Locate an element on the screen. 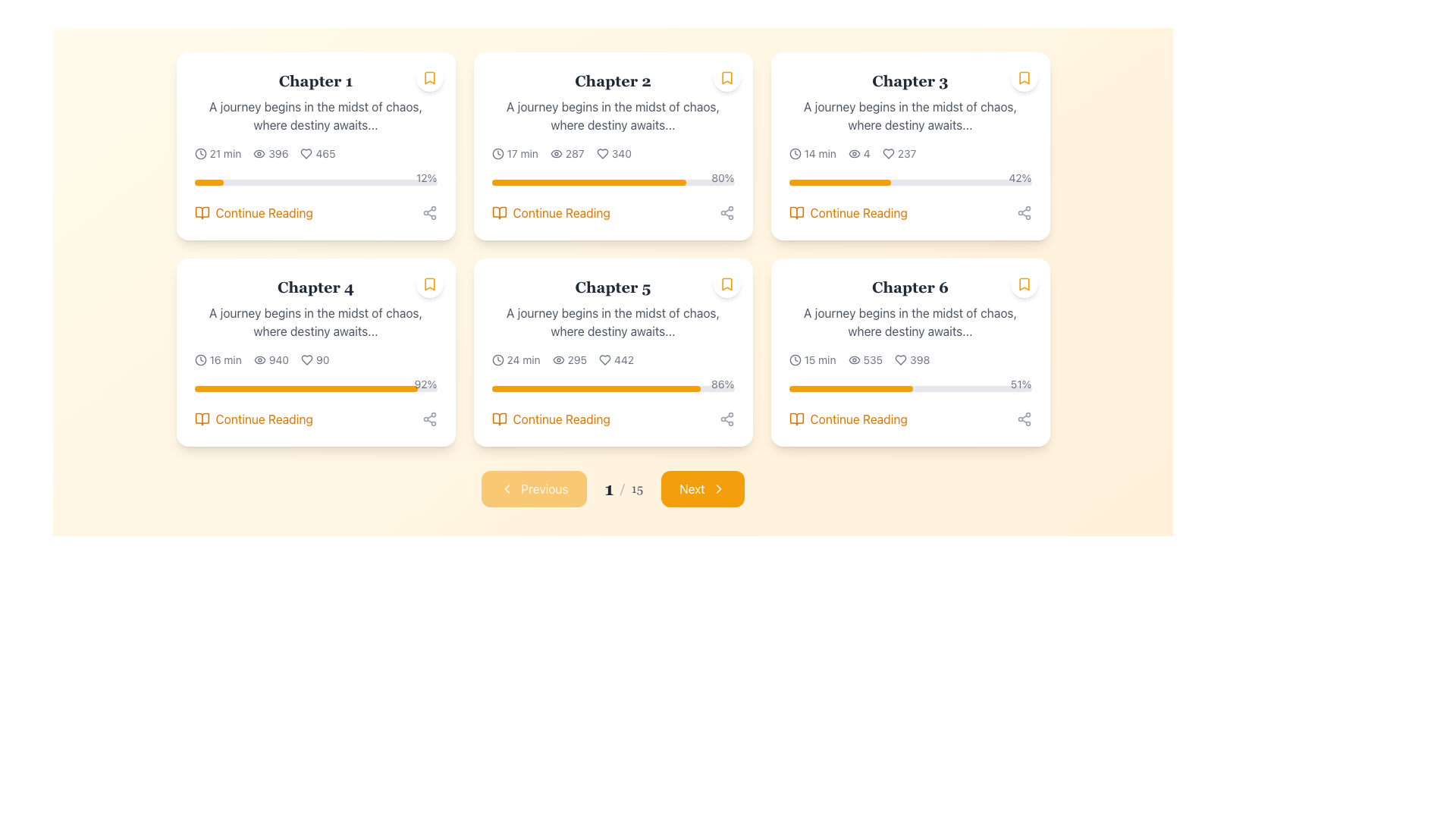  the bookmark icon located in the top-right corner of the card labeled 'Chapter 4' is located at coordinates (428, 284).